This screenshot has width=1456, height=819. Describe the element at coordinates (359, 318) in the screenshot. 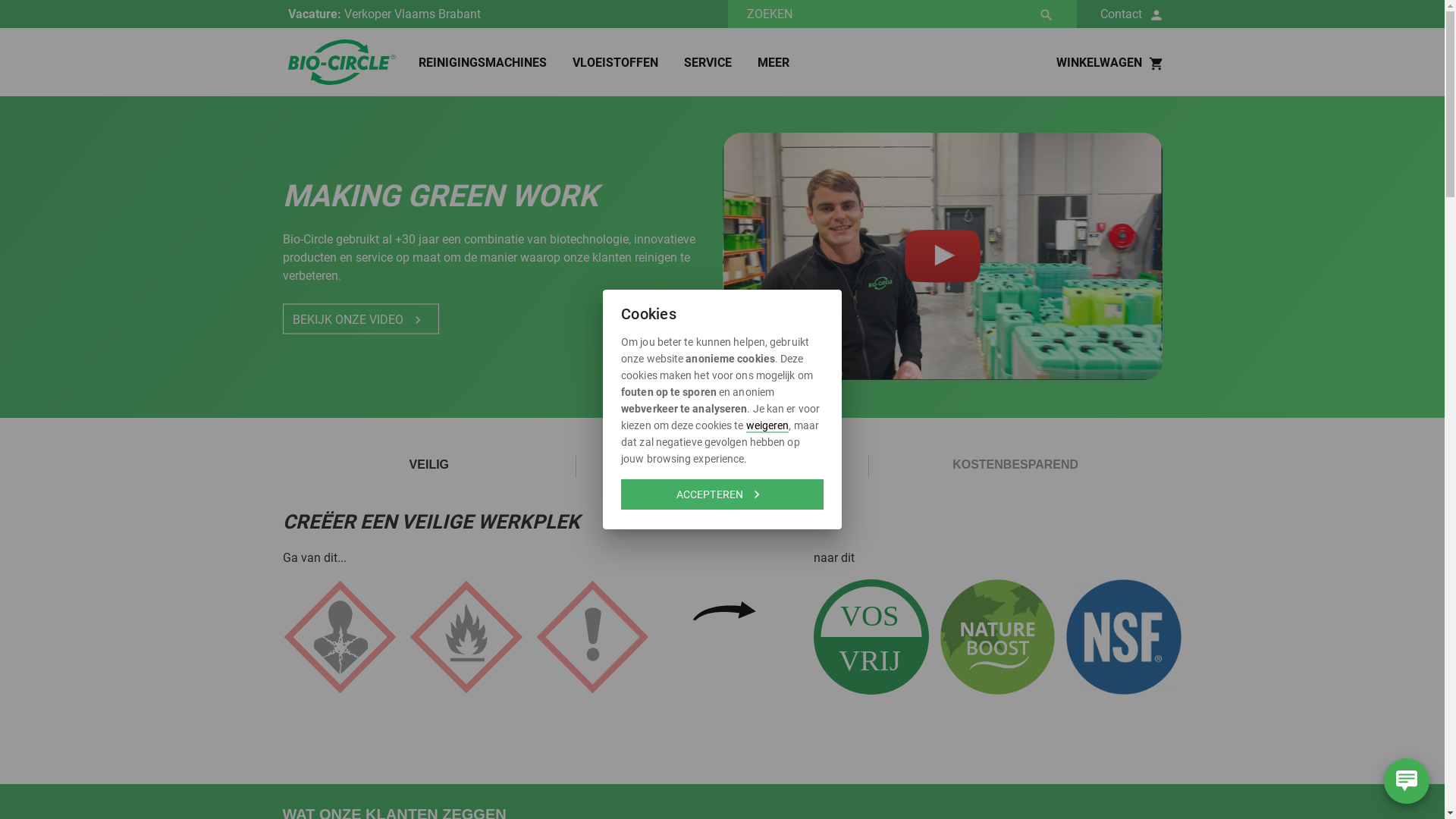

I see `'BEKIJK ONZE VIDEO chevron_right'` at that location.